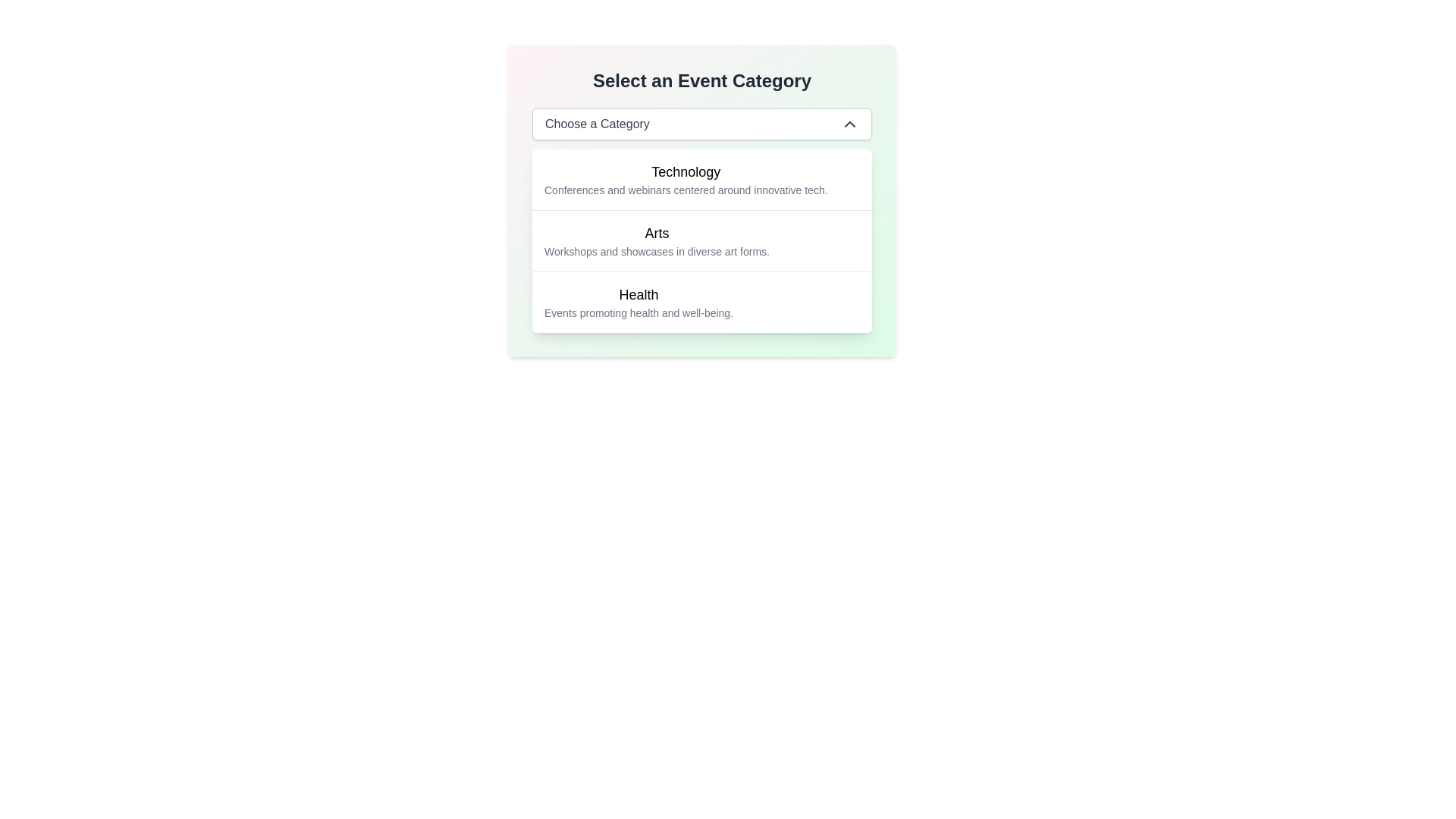 Image resolution: width=1456 pixels, height=819 pixels. Describe the element at coordinates (701, 200) in the screenshot. I see `the first list item labeled 'Technology'` at that location.